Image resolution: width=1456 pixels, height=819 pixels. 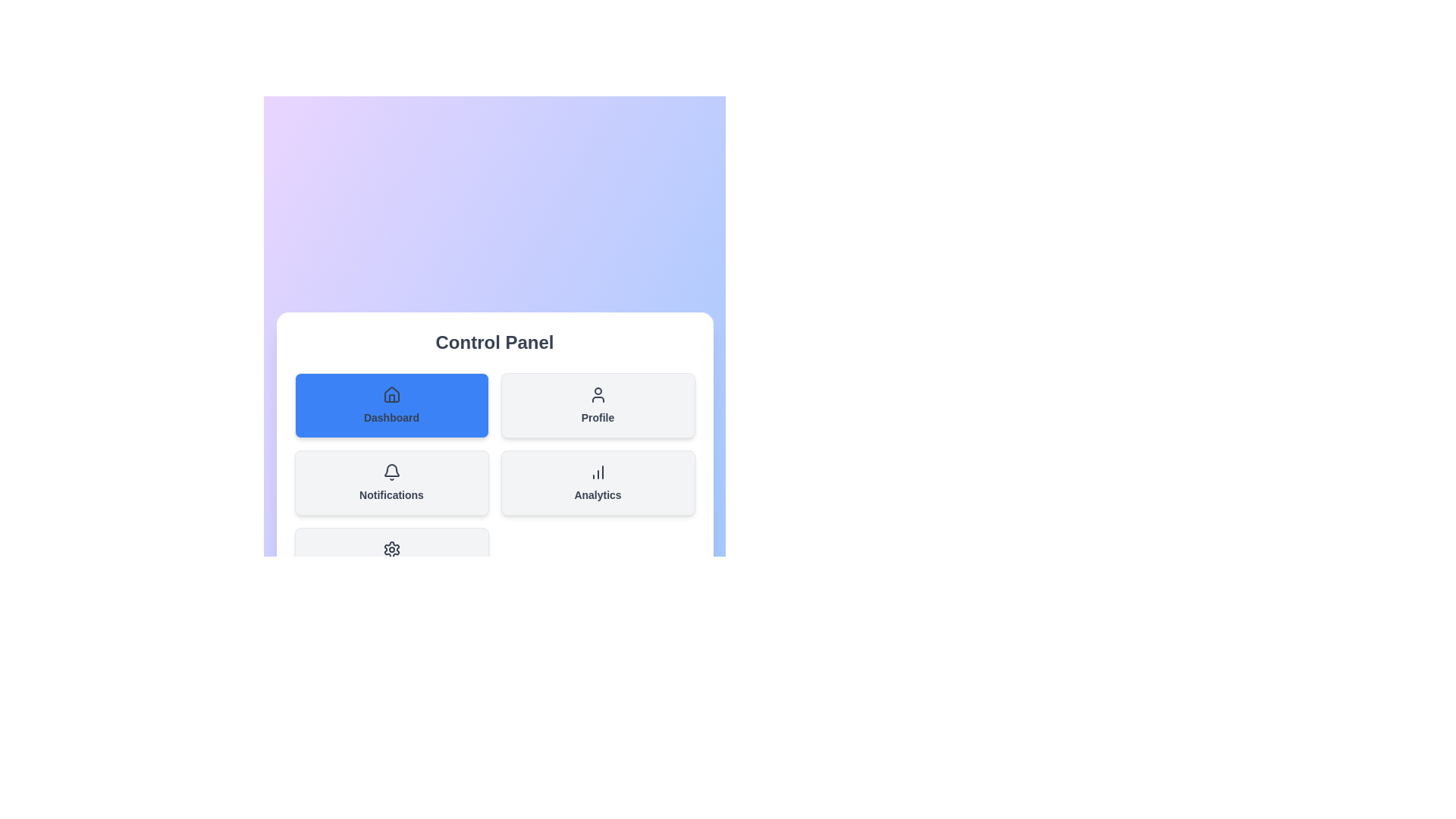 What do you see at coordinates (391, 405) in the screenshot?
I see `the section Dashboard from the menu by clicking its corresponding button` at bounding box center [391, 405].